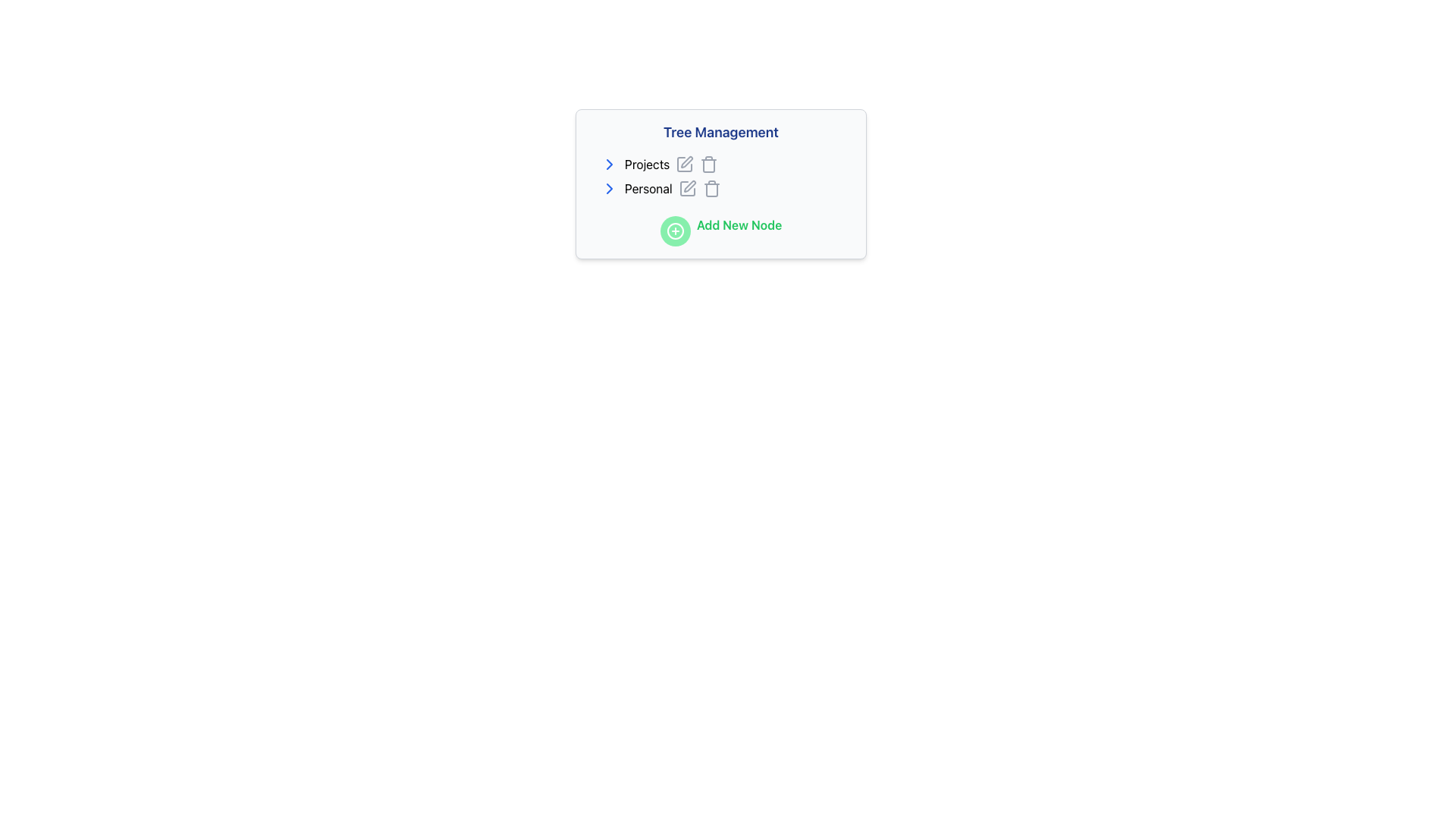 Image resolution: width=1456 pixels, height=819 pixels. I want to click on the icon button that resembles a square with a pencil inside it, located in the 'Tree Management' section, first in the horizontal group of icons aligned to the right of the 'Projects' row, so click(684, 164).